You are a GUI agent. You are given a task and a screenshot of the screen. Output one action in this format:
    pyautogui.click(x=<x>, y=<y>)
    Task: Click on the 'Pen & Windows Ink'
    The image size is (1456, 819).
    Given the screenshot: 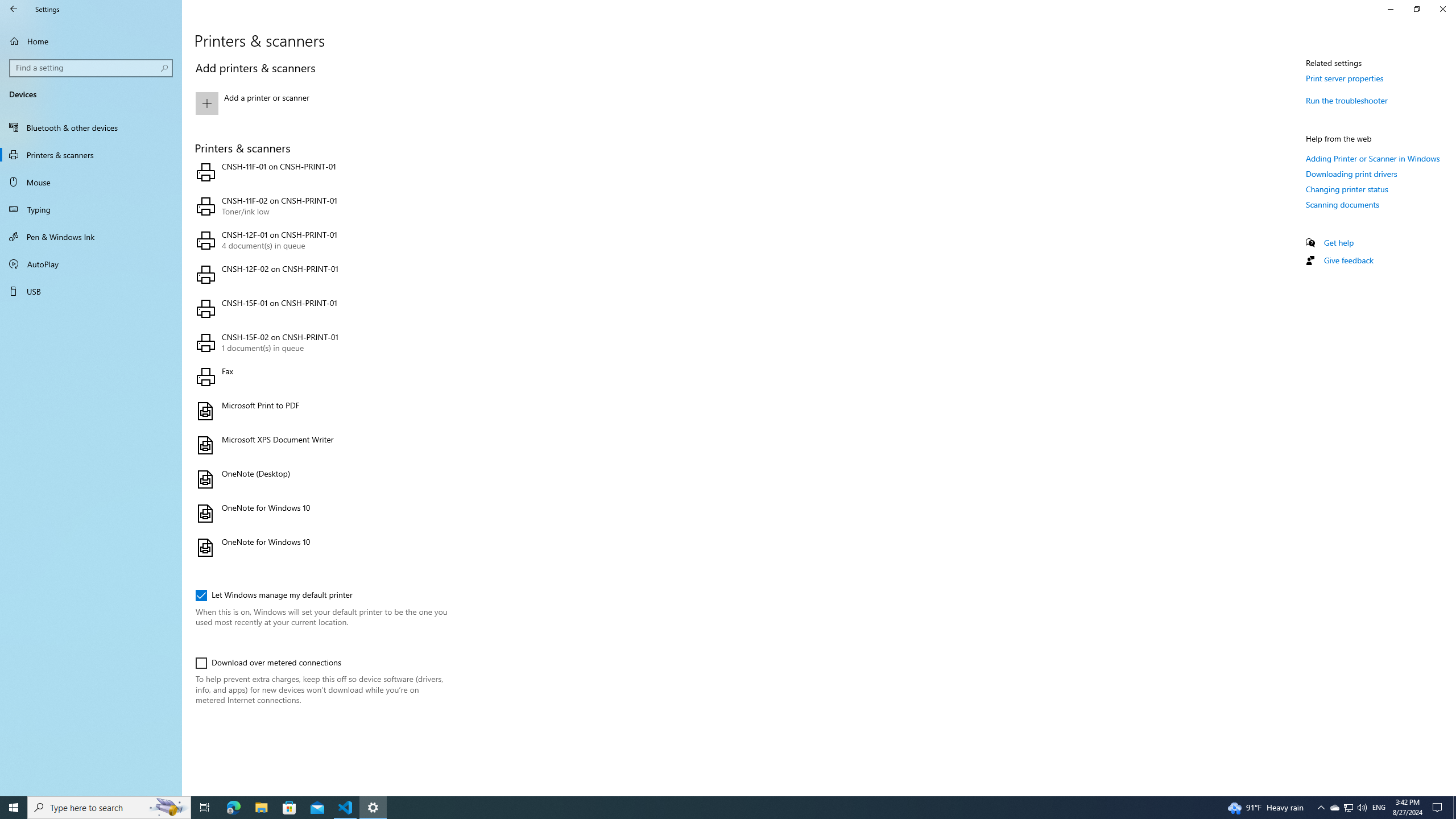 What is the action you would take?
    pyautogui.click(x=90, y=236)
    